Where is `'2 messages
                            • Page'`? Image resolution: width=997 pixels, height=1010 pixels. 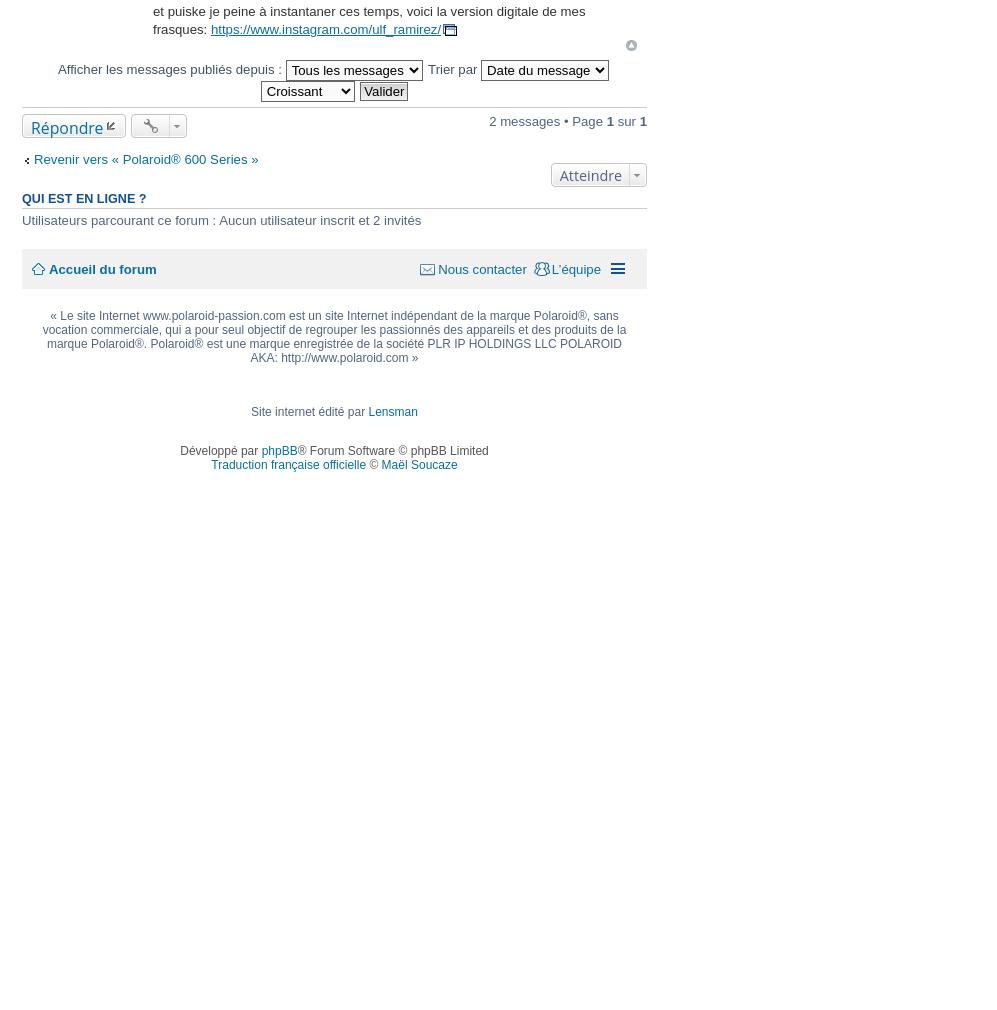 '2 messages
                            • Page' is located at coordinates (547, 119).